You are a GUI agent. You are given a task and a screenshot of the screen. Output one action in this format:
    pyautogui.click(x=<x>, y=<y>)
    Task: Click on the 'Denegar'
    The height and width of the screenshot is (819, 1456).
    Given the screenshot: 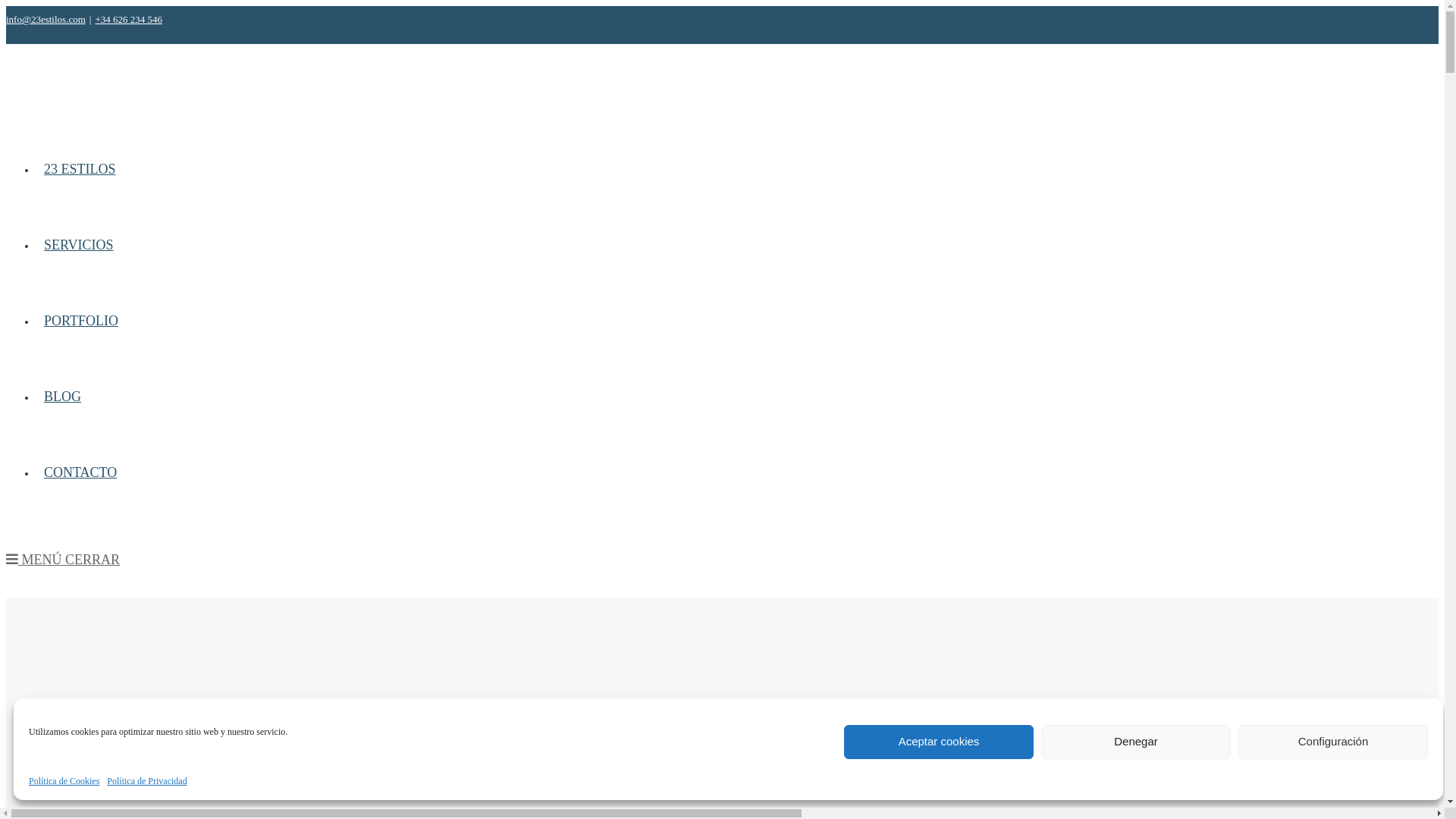 What is the action you would take?
    pyautogui.click(x=1135, y=741)
    